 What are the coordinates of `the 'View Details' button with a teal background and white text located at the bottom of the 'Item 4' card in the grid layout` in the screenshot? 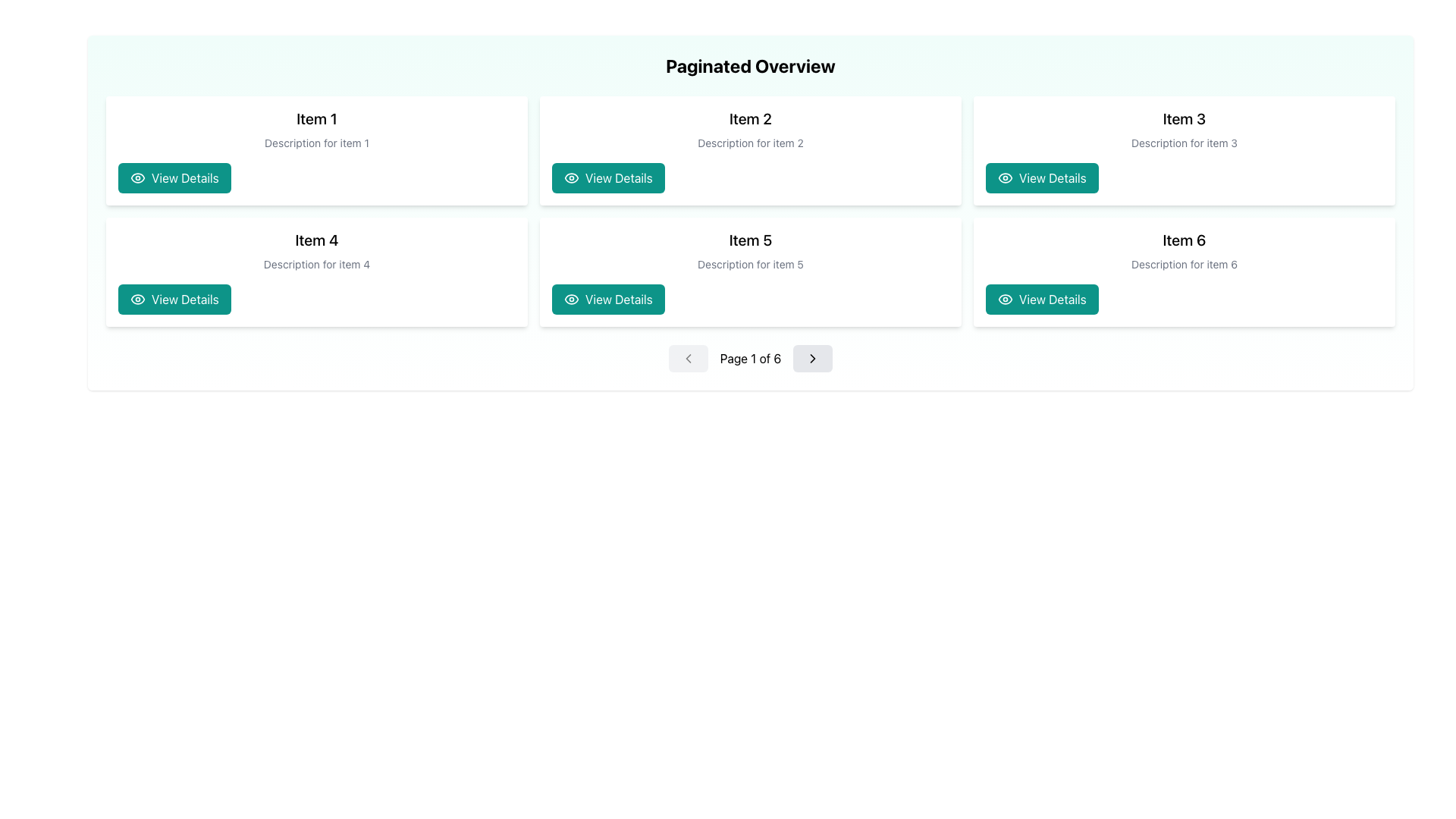 It's located at (174, 299).